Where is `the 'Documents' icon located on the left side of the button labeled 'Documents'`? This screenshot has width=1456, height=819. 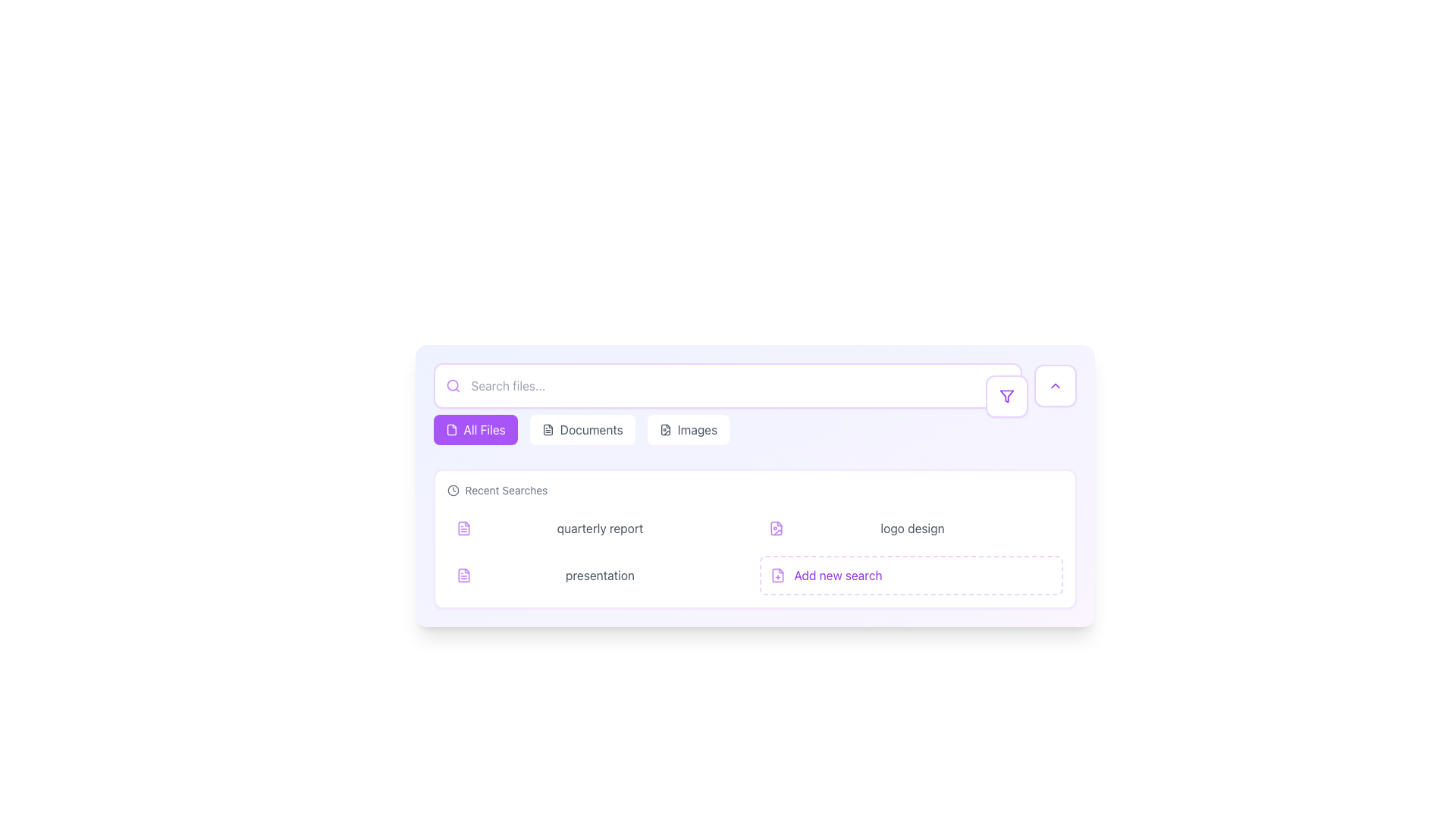 the 'Documents' icon located on the left side of the button labeled 'Documents' is located at coordinates (547, 430).